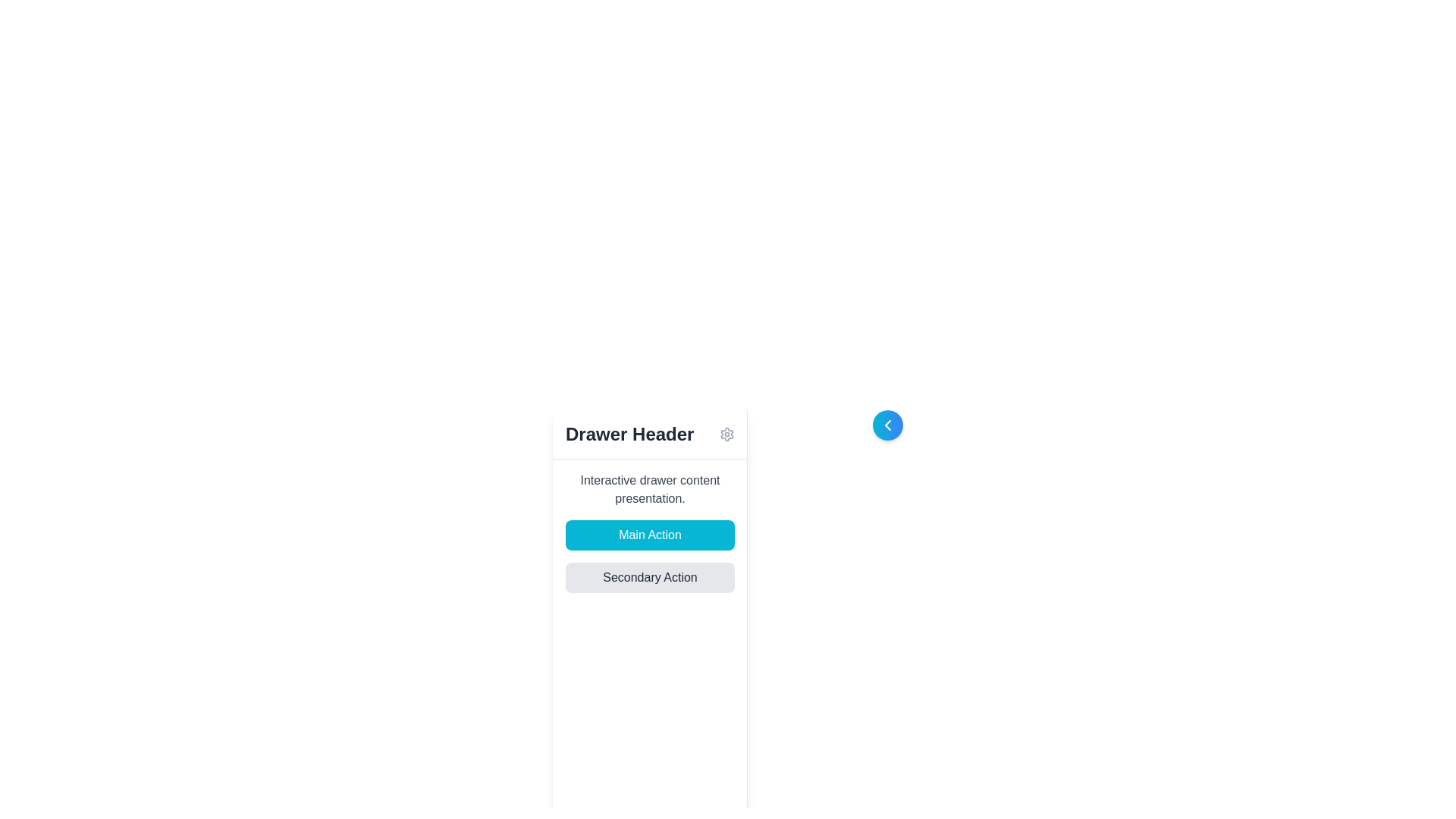  I want to click on the settings icon located on the right side of the 'Drawer Header', so click(726, 435).